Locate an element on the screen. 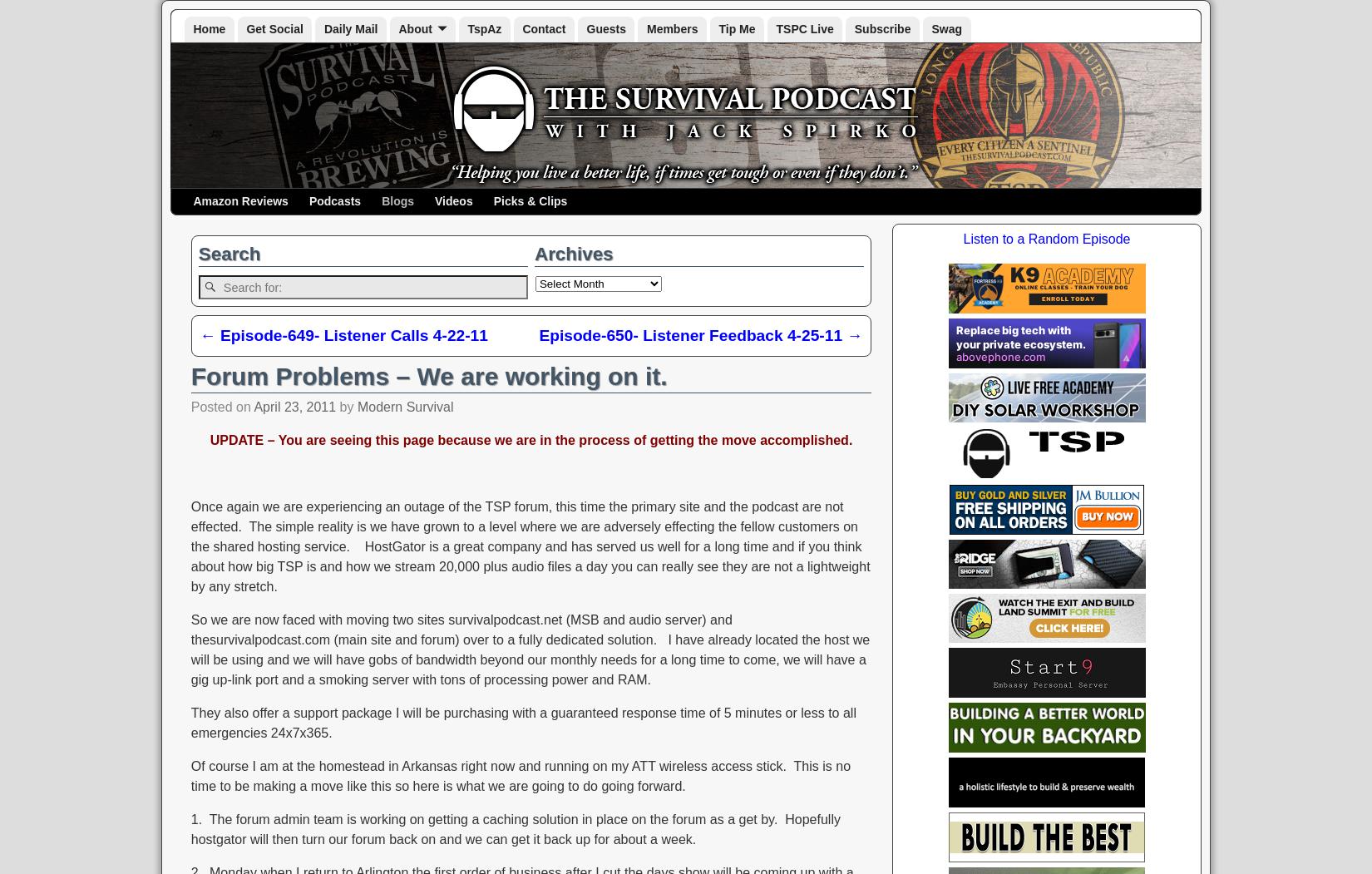 The height and width of the screenshot is (874, 1372). 'Subscribe' is located at coordinates (881, 28).